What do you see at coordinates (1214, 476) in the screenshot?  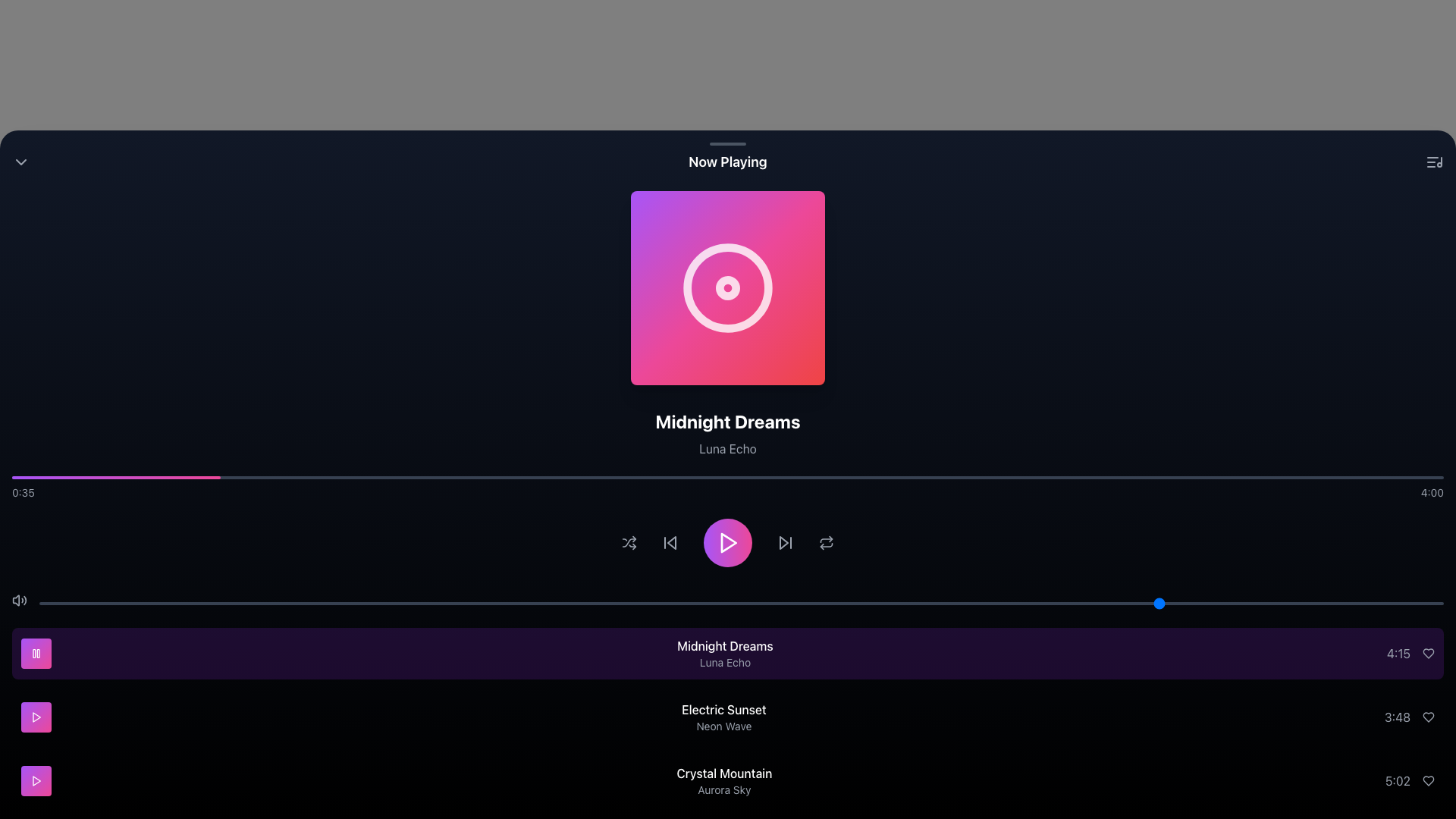 I see `the progress of the media` at bounding box center [1214, 476].